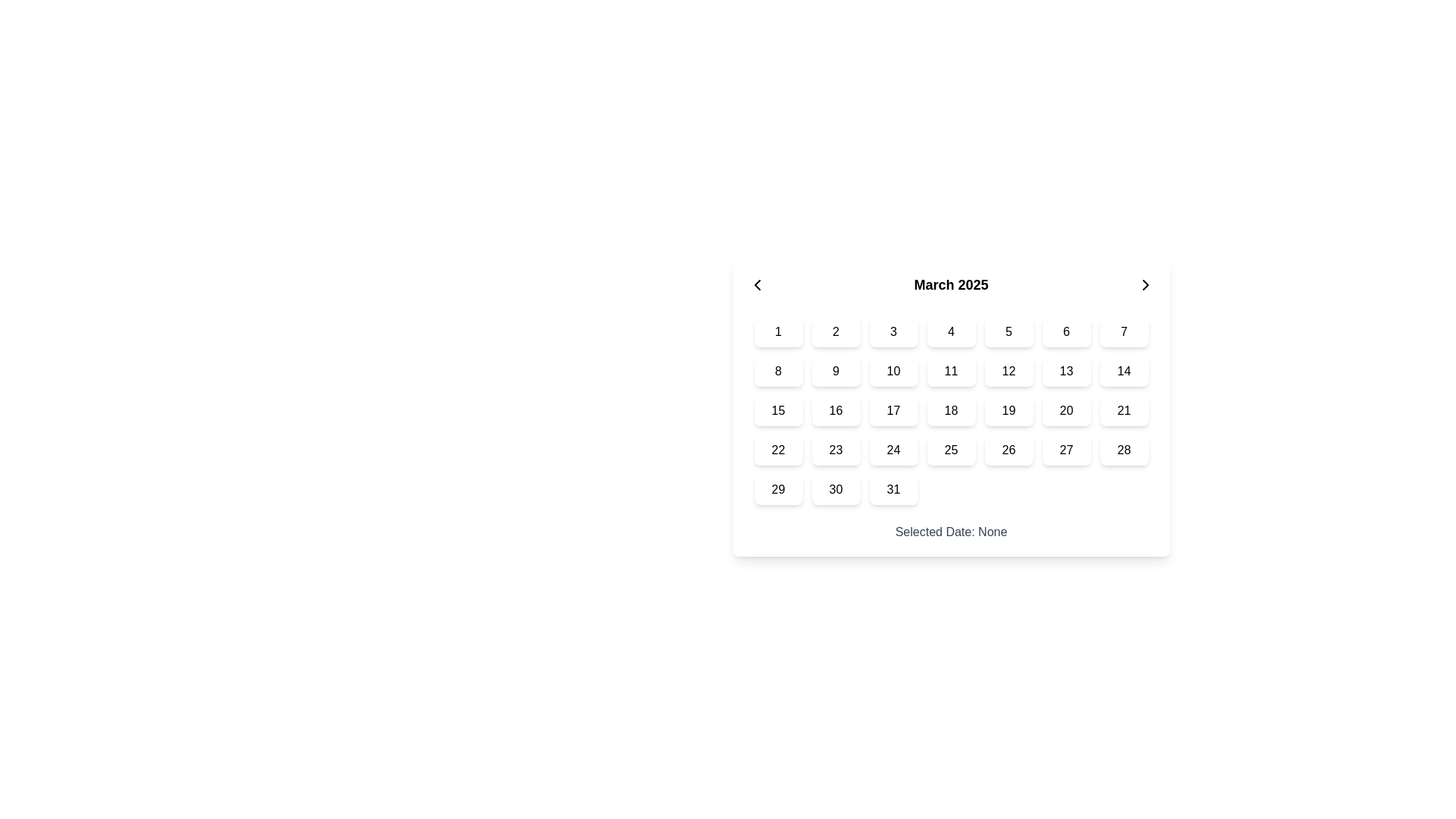 The height and width of the screenshot is (819, 1456). Describe the element at coordinates (1065, 450) in the screenshot. I see `the date selection button located in the last row and sixth column of the calendar grid` at that location.